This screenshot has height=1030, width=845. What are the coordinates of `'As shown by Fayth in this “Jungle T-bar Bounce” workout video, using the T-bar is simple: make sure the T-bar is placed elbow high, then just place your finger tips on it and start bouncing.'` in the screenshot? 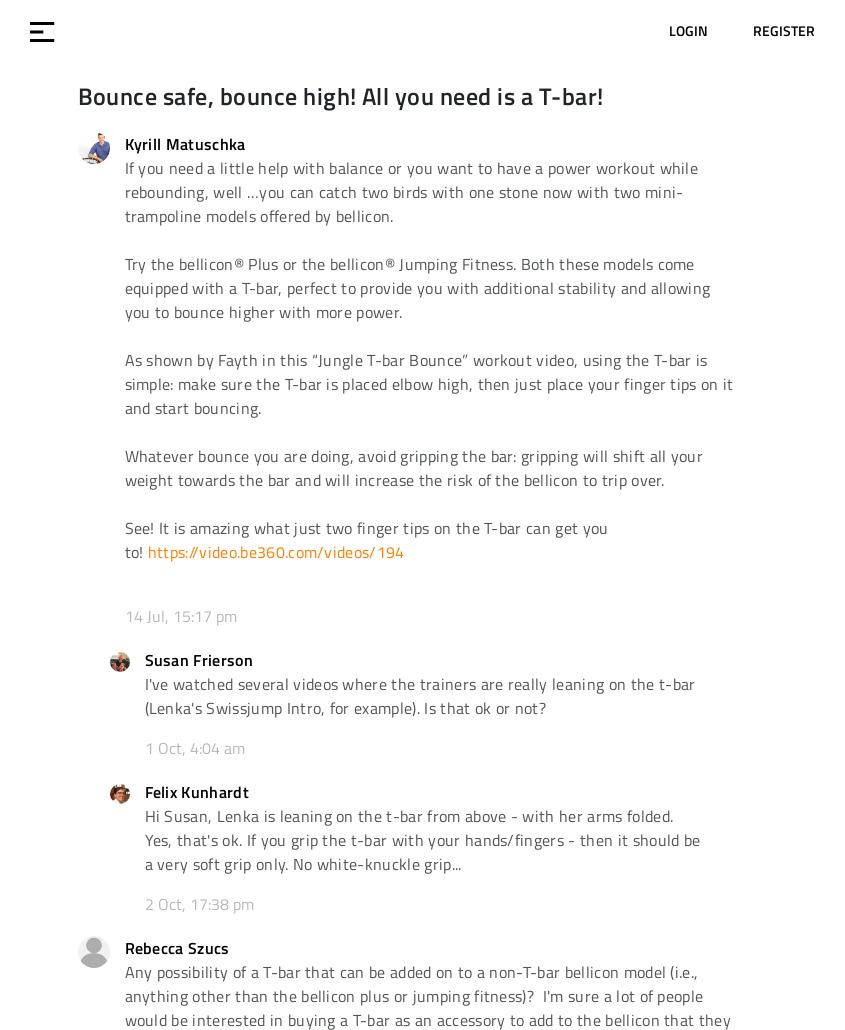 It's located at (428, 383).